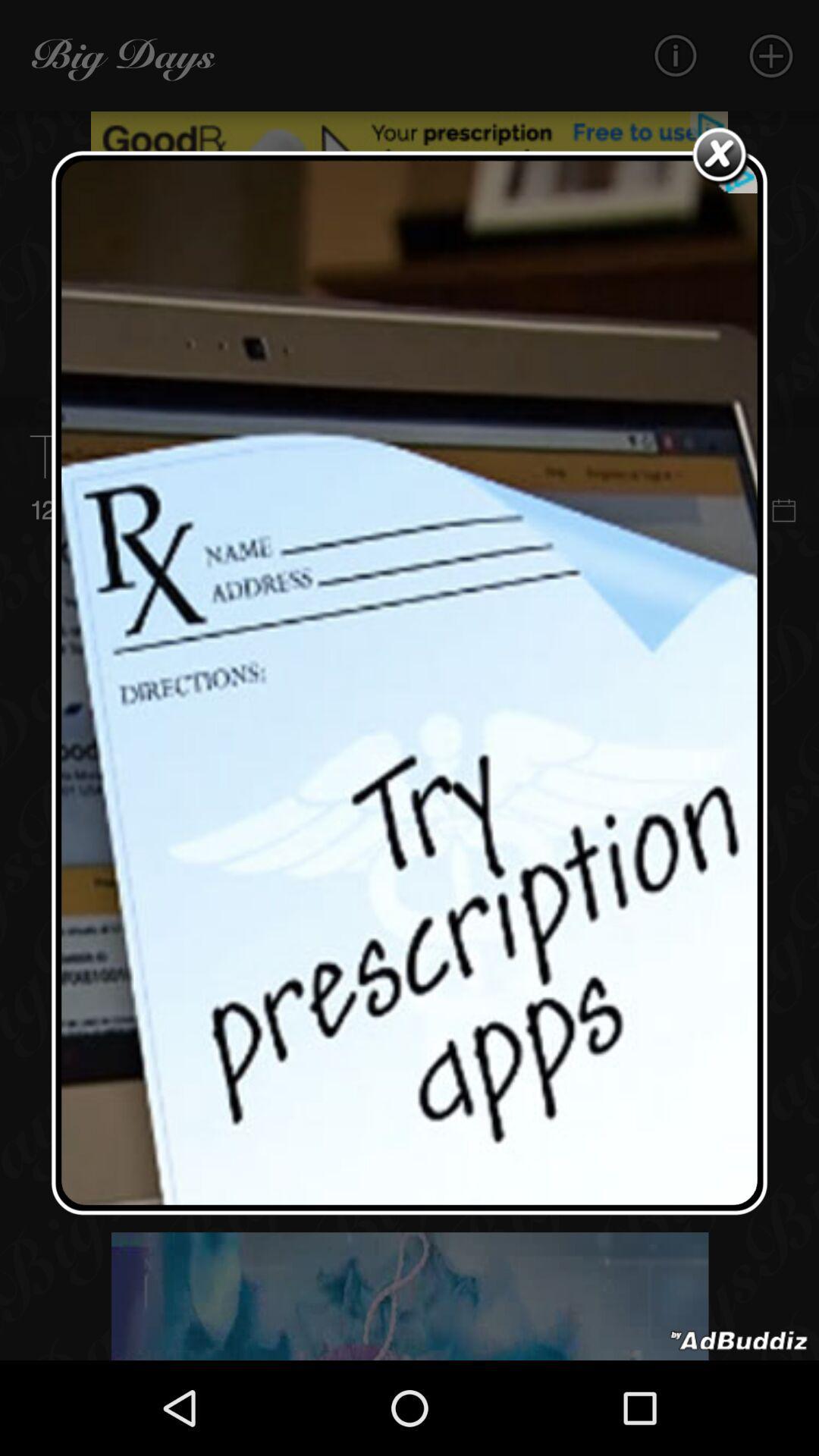  Describe the element at coordinates (739, 1341) in the screenshot. I see `advertisement` at that location.